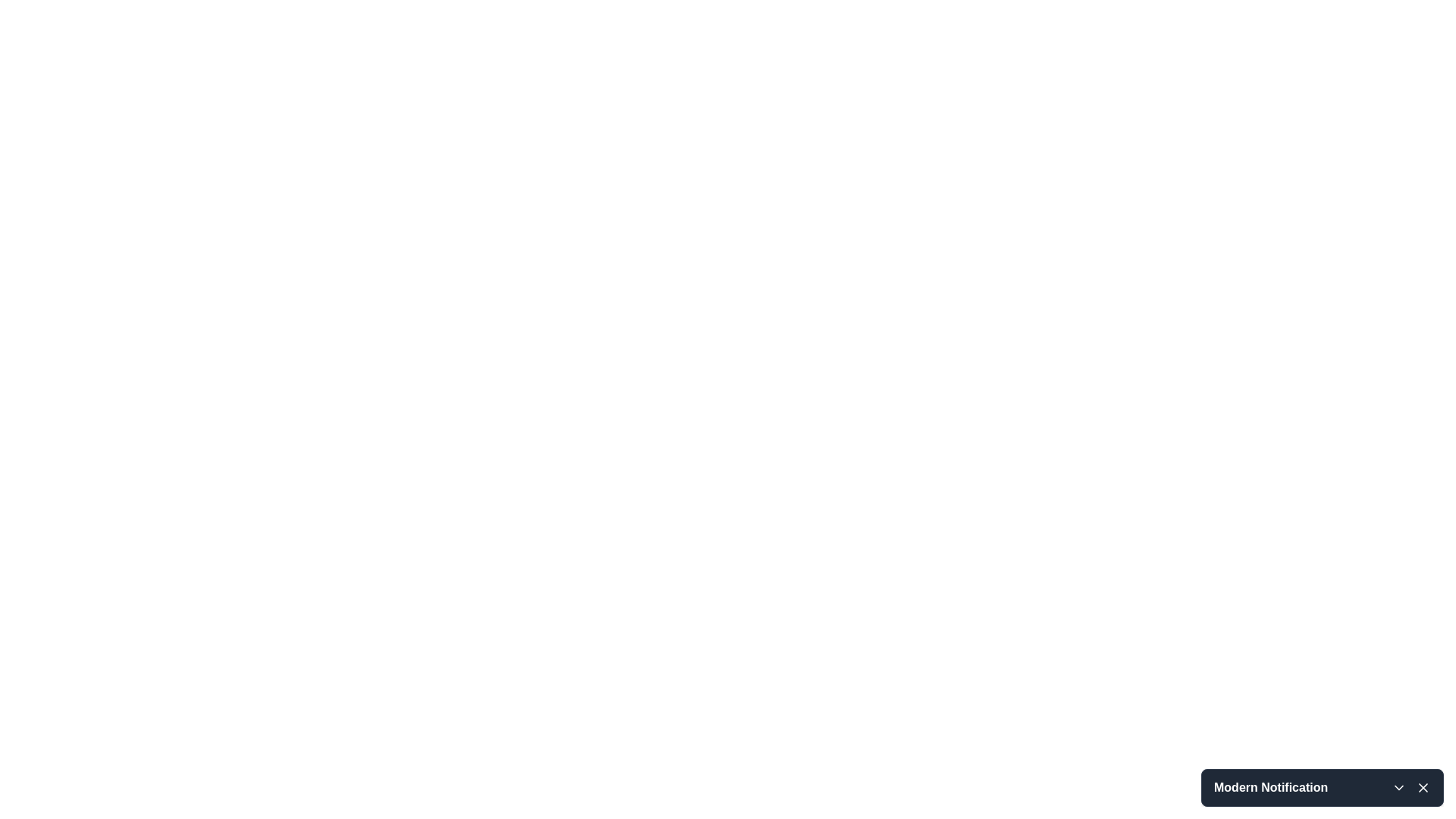 The image size is (1456, 819). What do you see at coordinates (1422, 786) in the screenshot?
I see `the close button (×) located at the bottom-right of the 'Modern Notification' bar` at bounding box center [1422, 786].